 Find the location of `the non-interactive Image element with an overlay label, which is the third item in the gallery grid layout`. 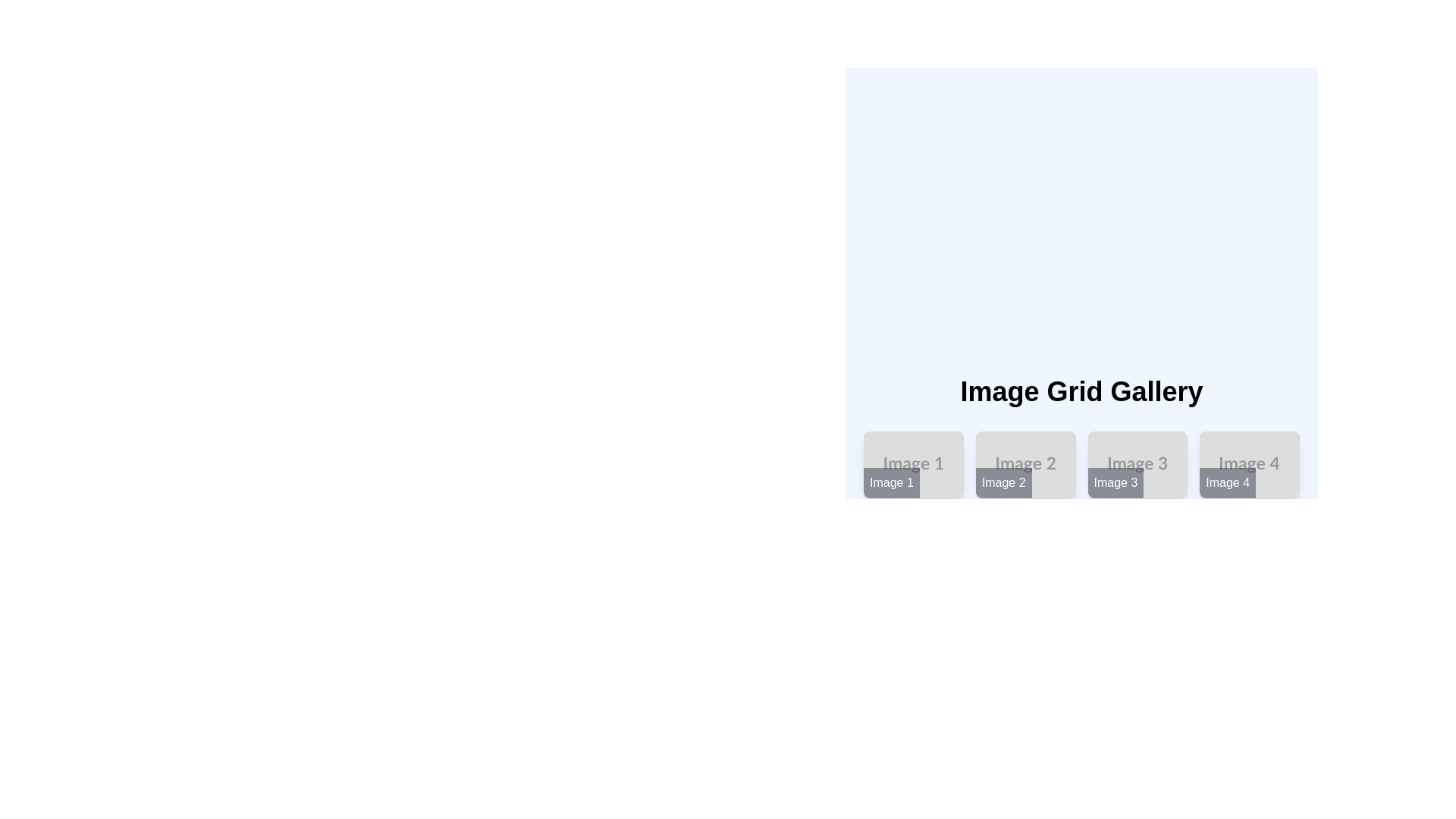

the non-interactive Image element with an overlay label, which is the third item in the gallery grid layout is located at coordinates (1137, 464).